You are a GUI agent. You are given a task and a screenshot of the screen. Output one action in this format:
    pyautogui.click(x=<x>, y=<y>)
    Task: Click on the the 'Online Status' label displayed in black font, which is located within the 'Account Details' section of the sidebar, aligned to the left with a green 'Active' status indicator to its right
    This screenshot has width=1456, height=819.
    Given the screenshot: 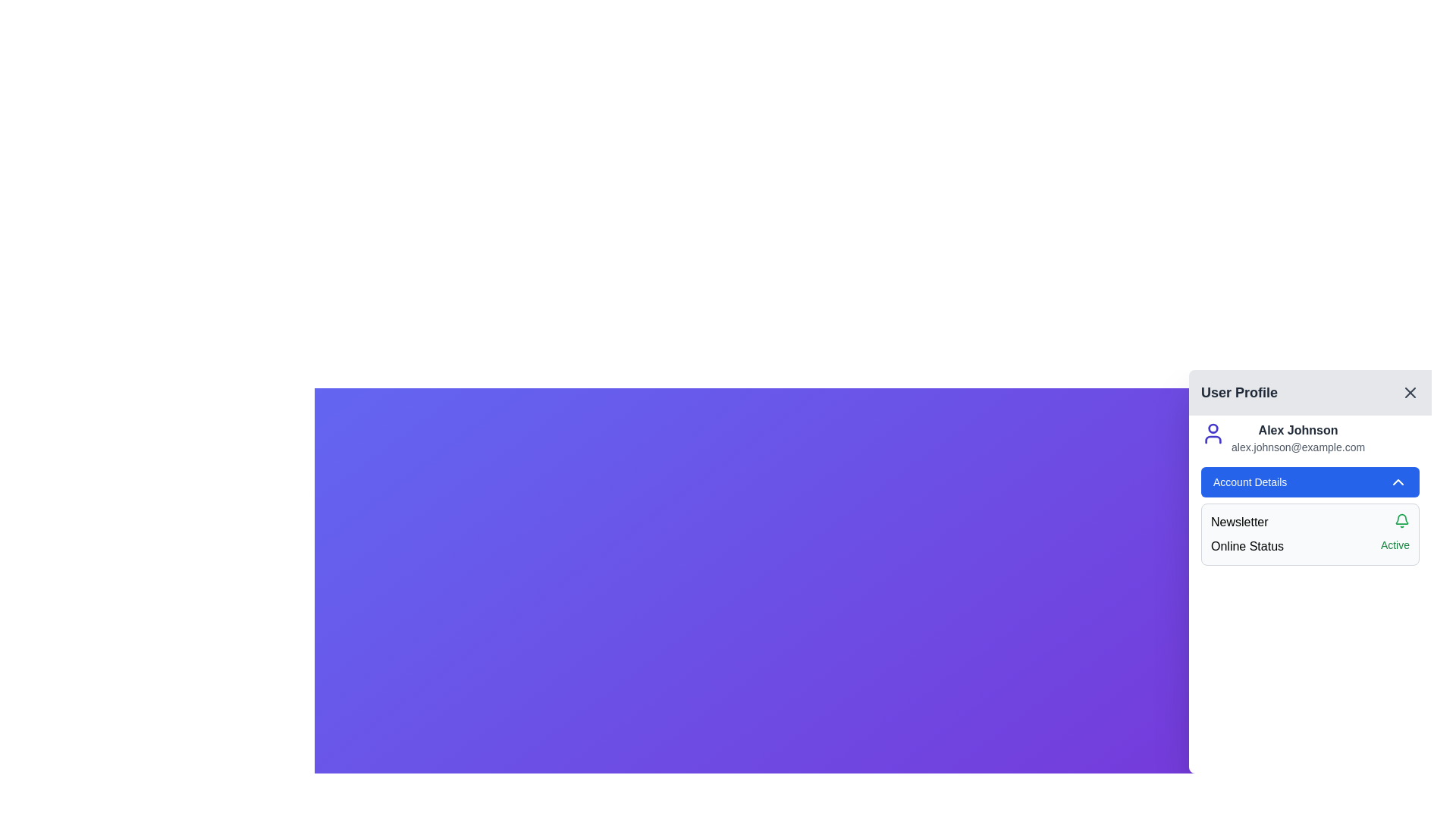 What is the action you would take?
    pyautogui.click(x=1247, y=547)
    